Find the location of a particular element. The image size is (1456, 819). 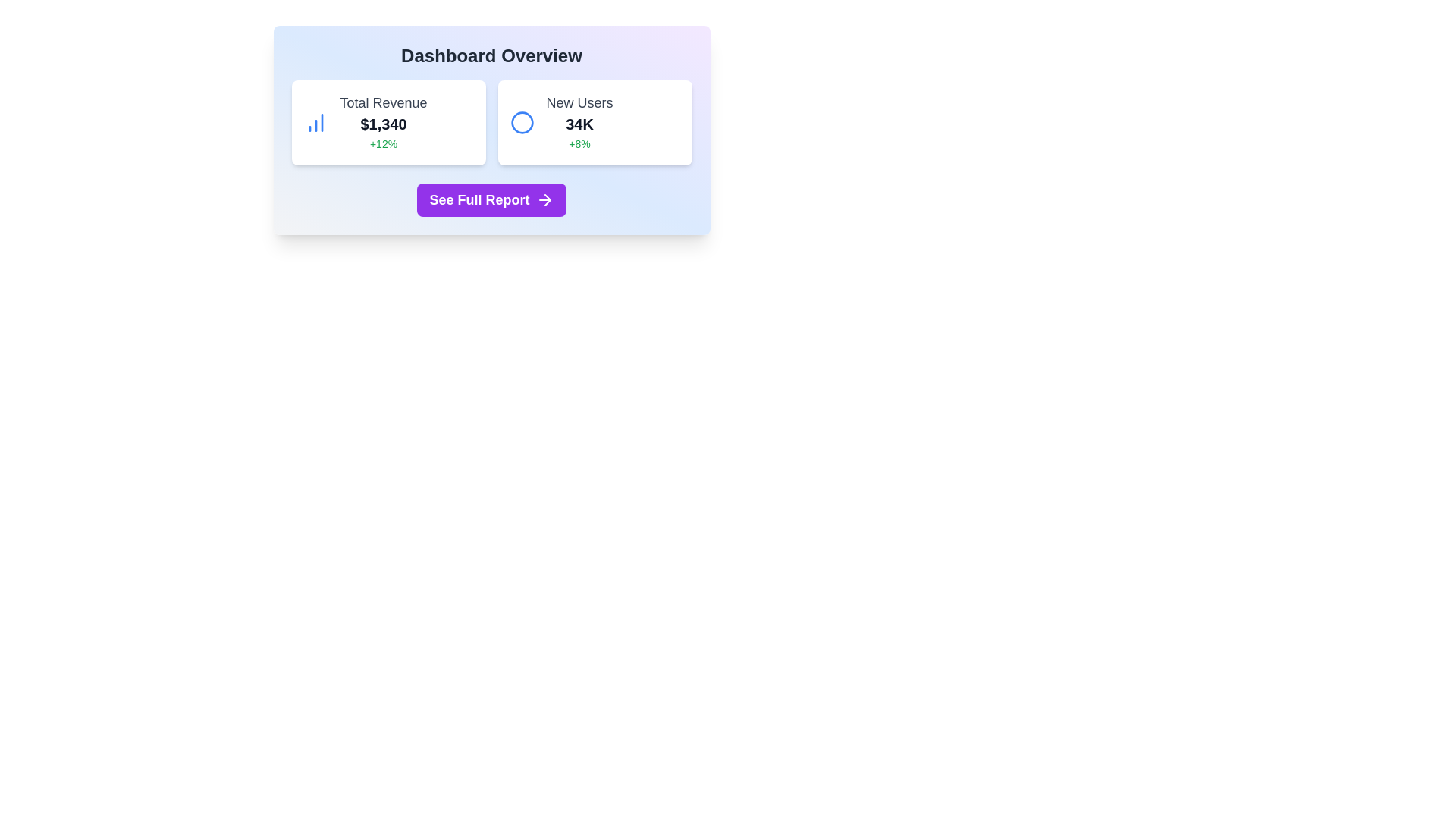

the rightward arrow icon with a purple background located at the far right of the 'See Full Report' button is located at coordinates (544, 199).